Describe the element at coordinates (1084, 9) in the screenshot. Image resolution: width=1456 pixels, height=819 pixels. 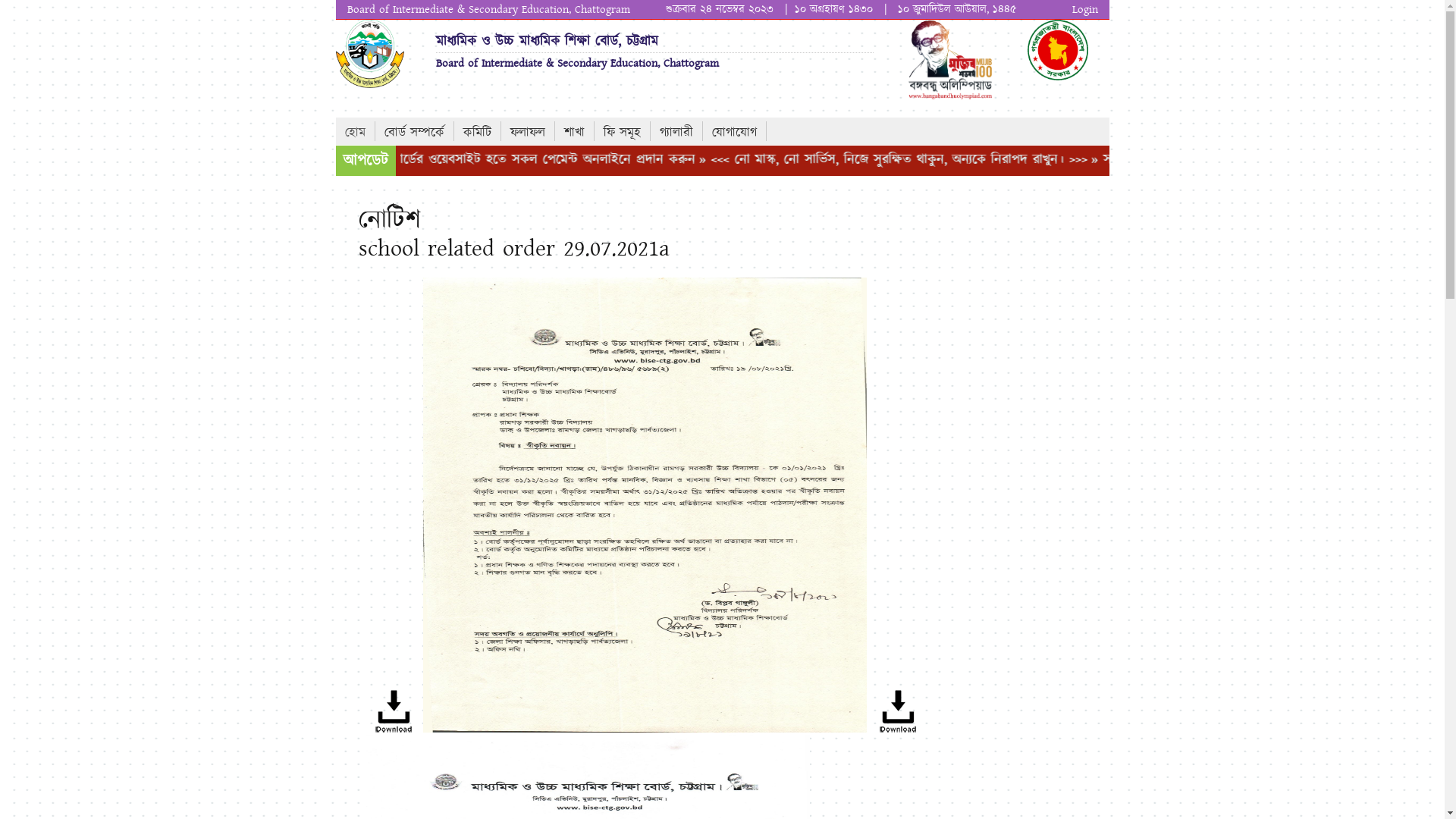
I see `'Login'` at that location.